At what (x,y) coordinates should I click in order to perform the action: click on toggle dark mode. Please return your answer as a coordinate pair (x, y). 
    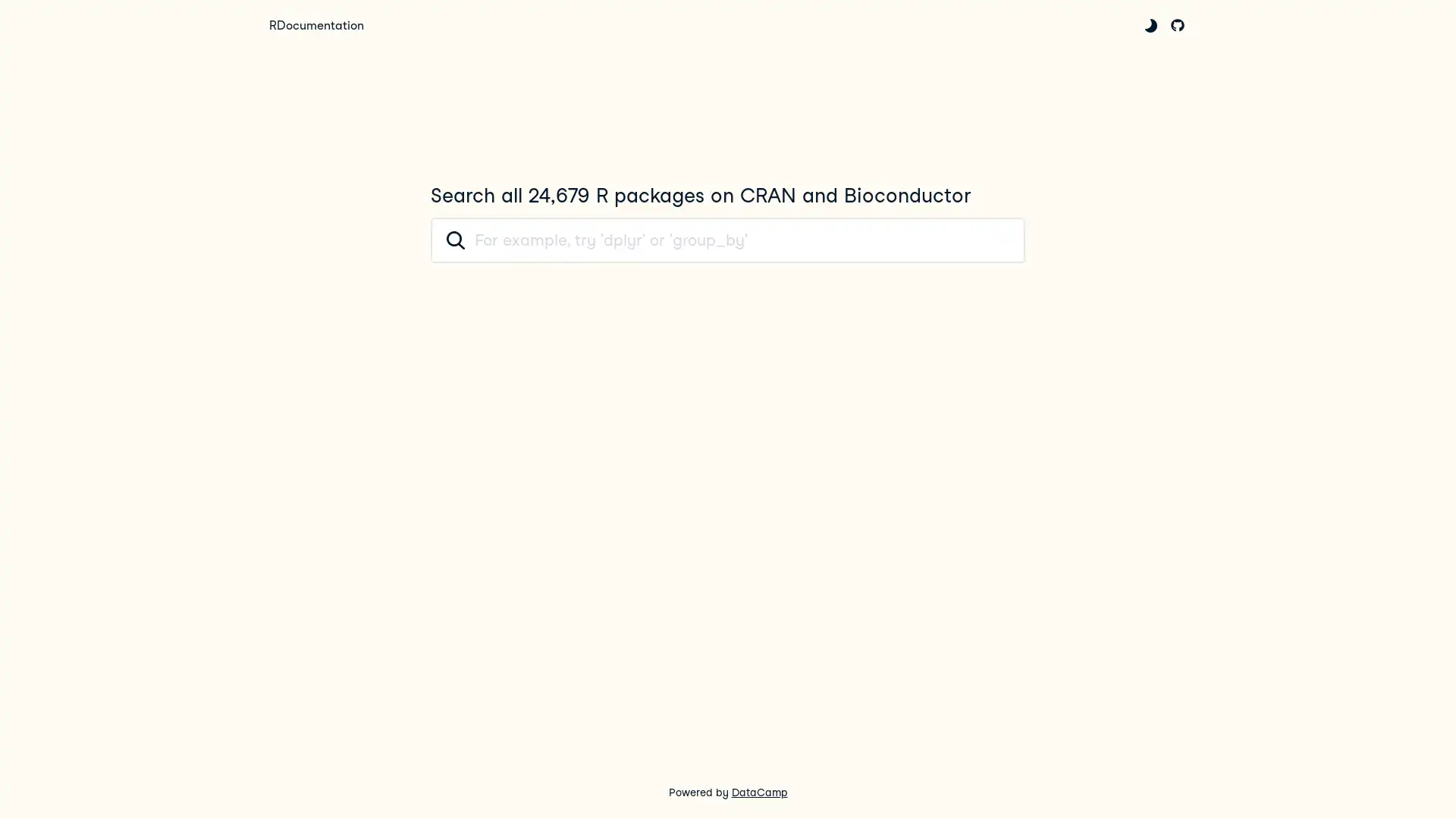
    Looking at the image, I should click on (1150, 25).